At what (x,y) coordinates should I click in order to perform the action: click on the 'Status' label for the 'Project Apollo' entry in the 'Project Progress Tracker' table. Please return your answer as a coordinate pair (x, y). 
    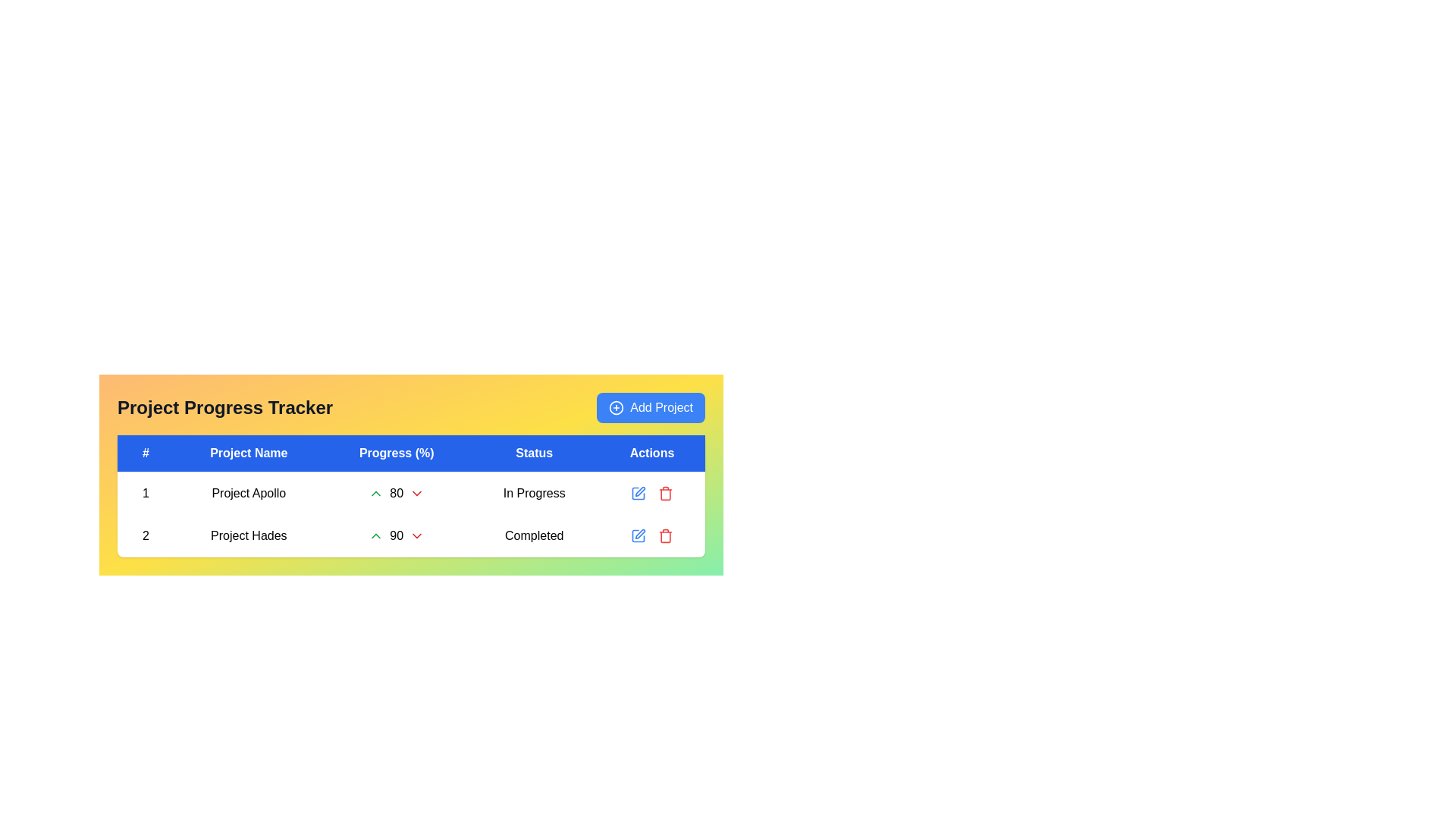
    Looking at the image, I should click on (534, 493).